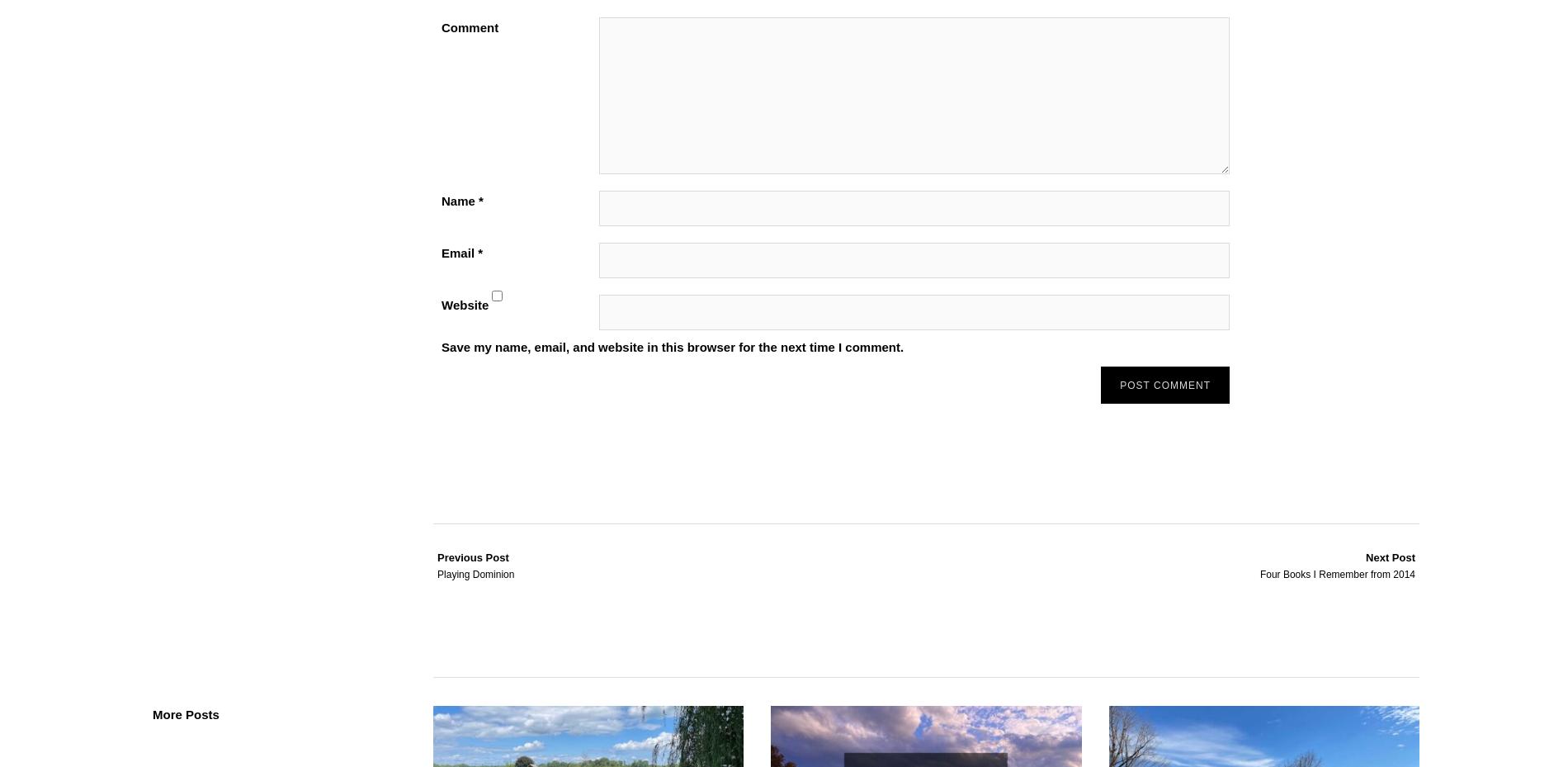  What do you see at coordinates (460, 199) in the screenshot?
I see `'Name'` at bounding box center [460, 199].